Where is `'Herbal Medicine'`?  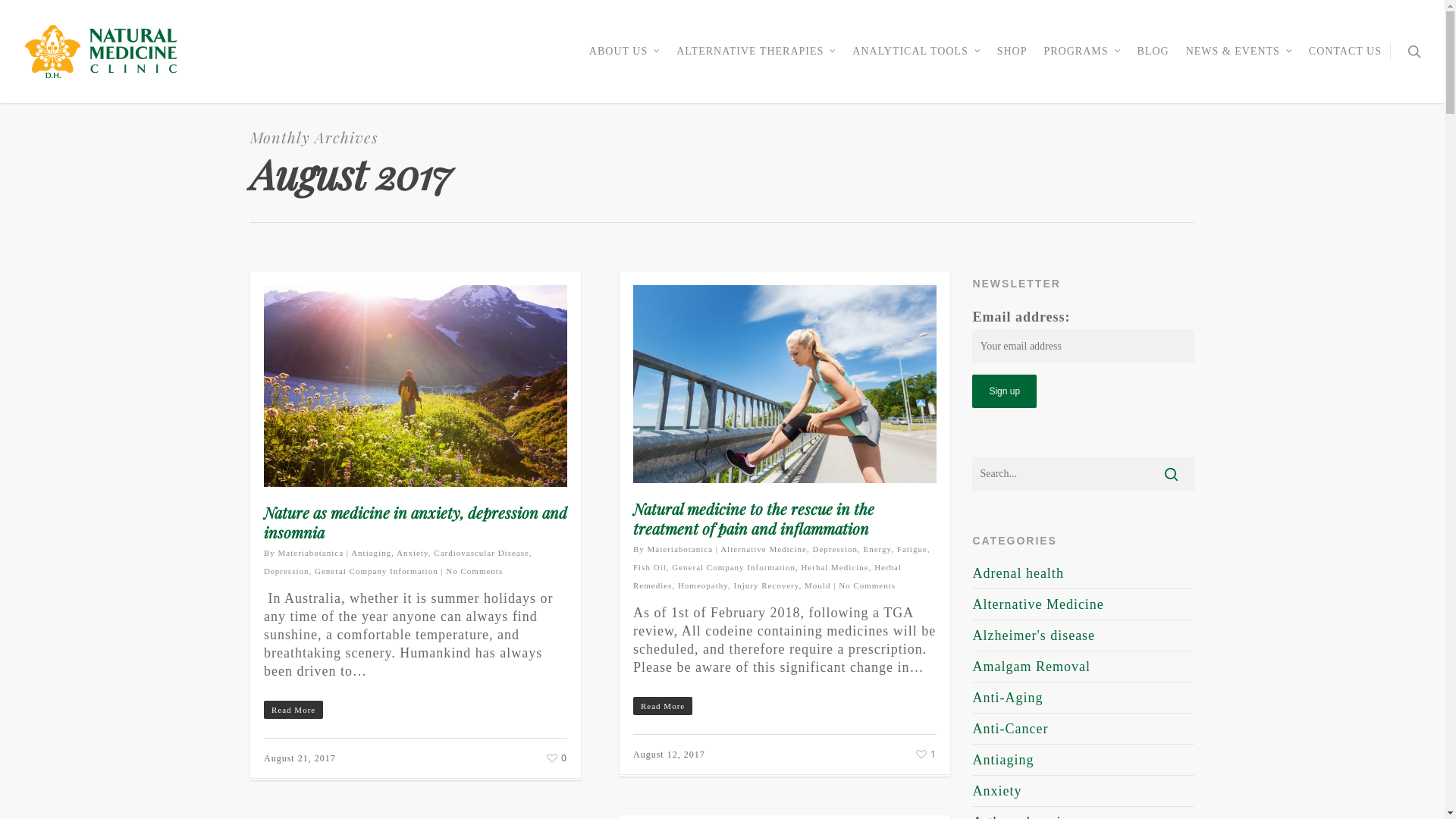
'Herbal Medicine' is located at coordinates (800, 567).